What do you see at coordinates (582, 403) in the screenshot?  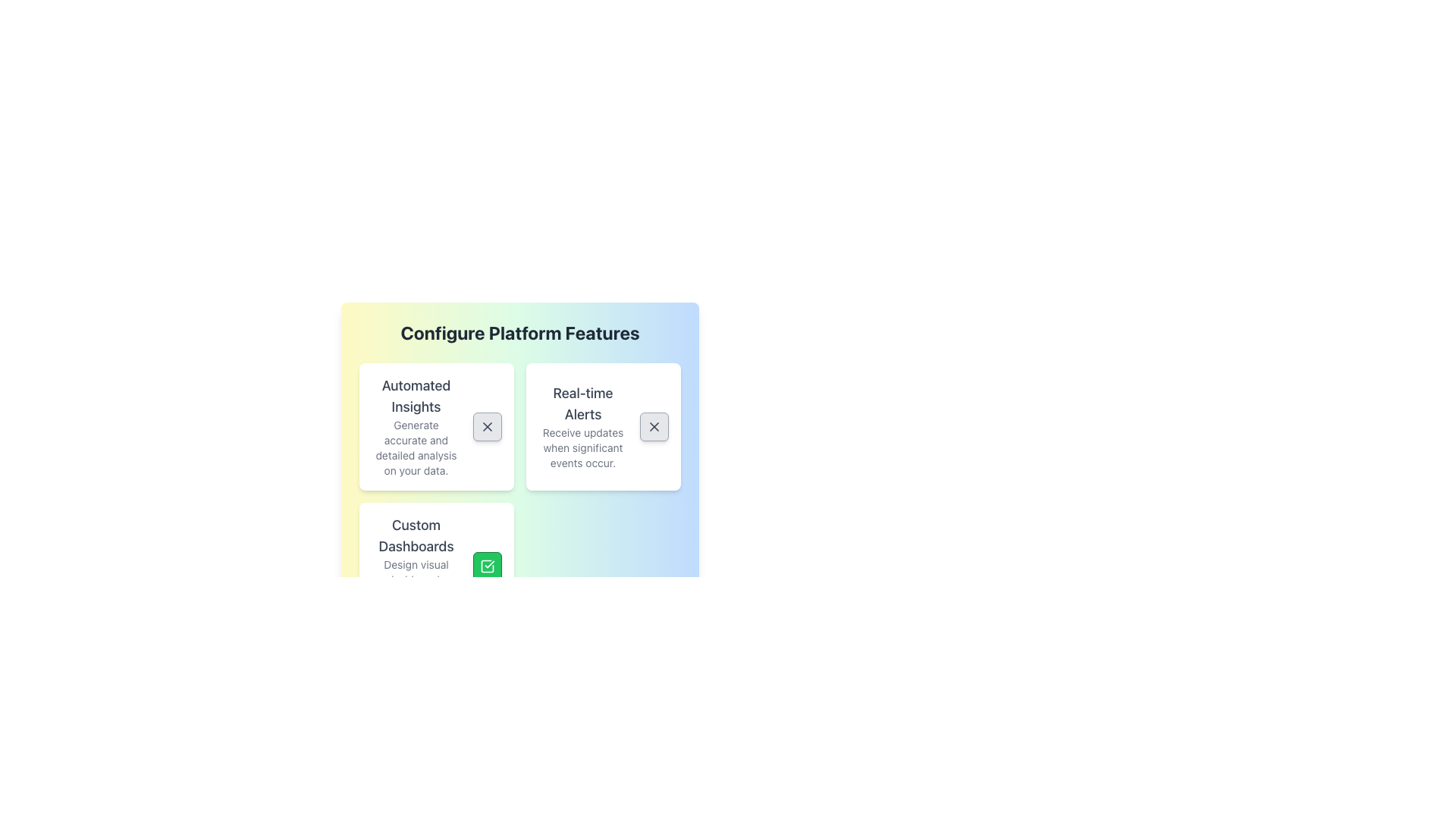 I see `the bold-text label reading 'Real-time Alerts' located at the top of its card component in the grid layout` at bounding box center [582, 403].